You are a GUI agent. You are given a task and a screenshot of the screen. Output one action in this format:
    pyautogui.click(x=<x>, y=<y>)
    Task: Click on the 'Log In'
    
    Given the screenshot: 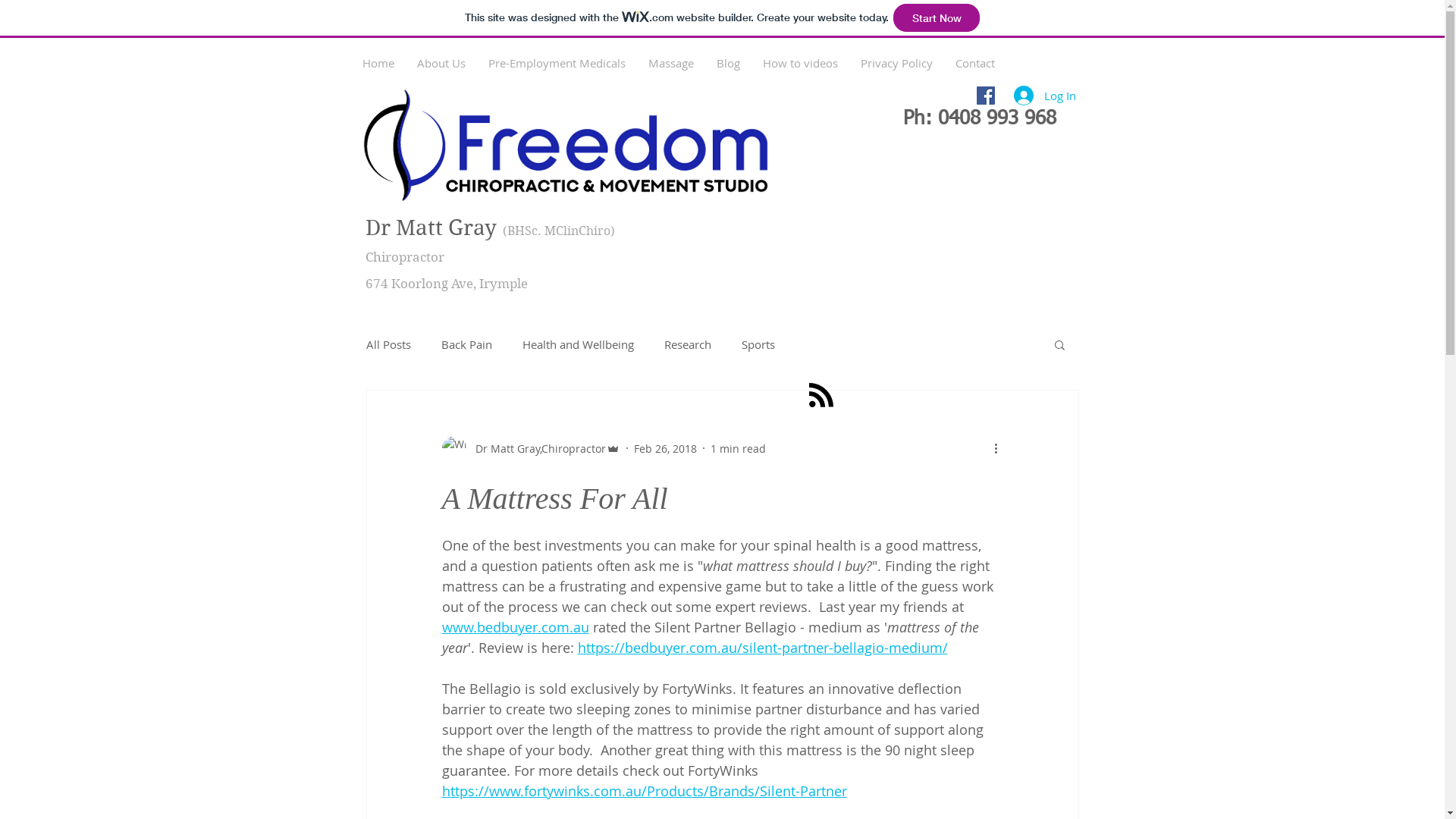 What is the action you would take?
    pyautogui.click(x=1043, y=96)
    